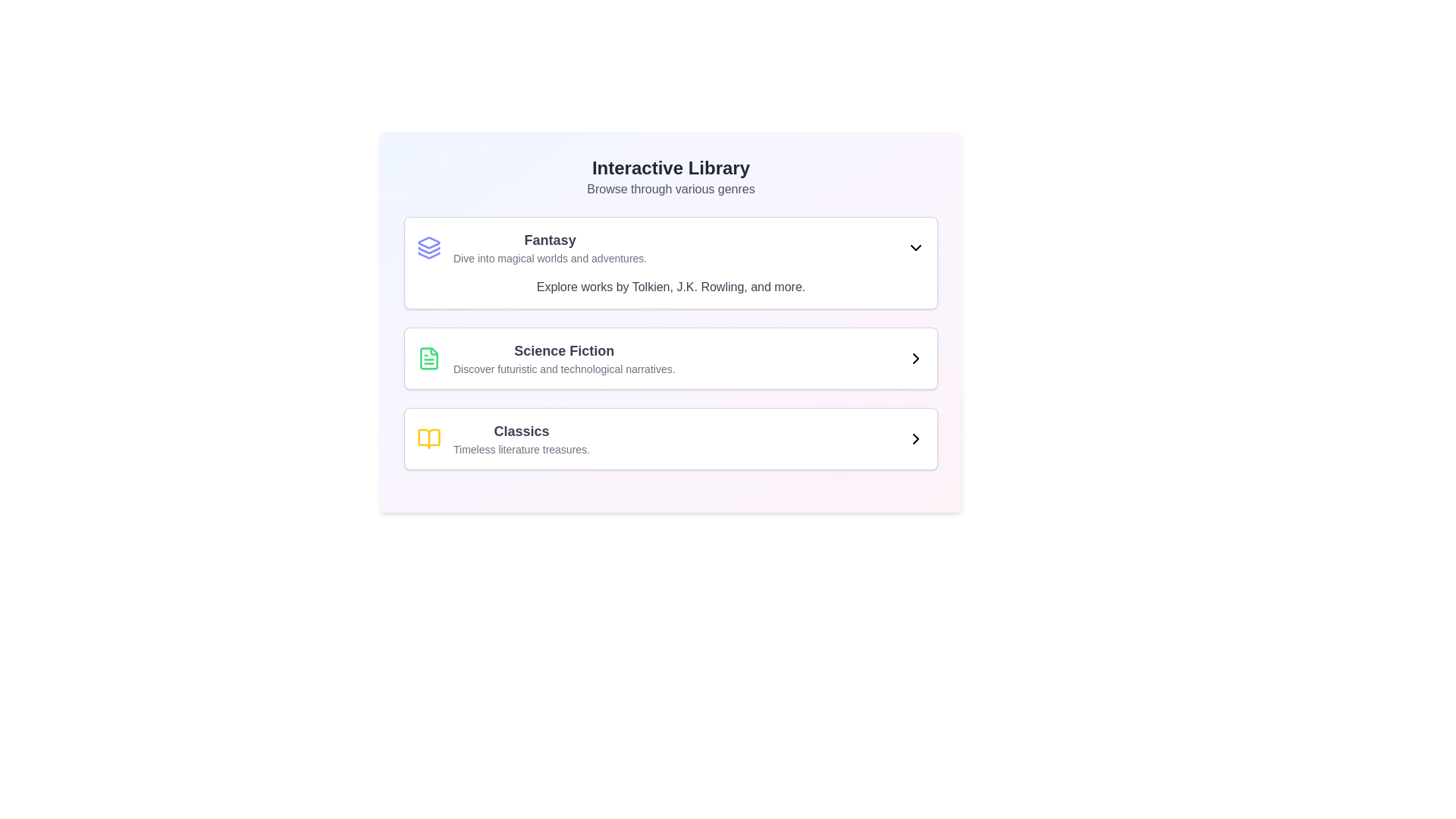 The height and width of the screenshot is (819, 1456). I want to click on the Navigation Icon located on the far right side of the 'Science Fiction' section, so click(915, 359).